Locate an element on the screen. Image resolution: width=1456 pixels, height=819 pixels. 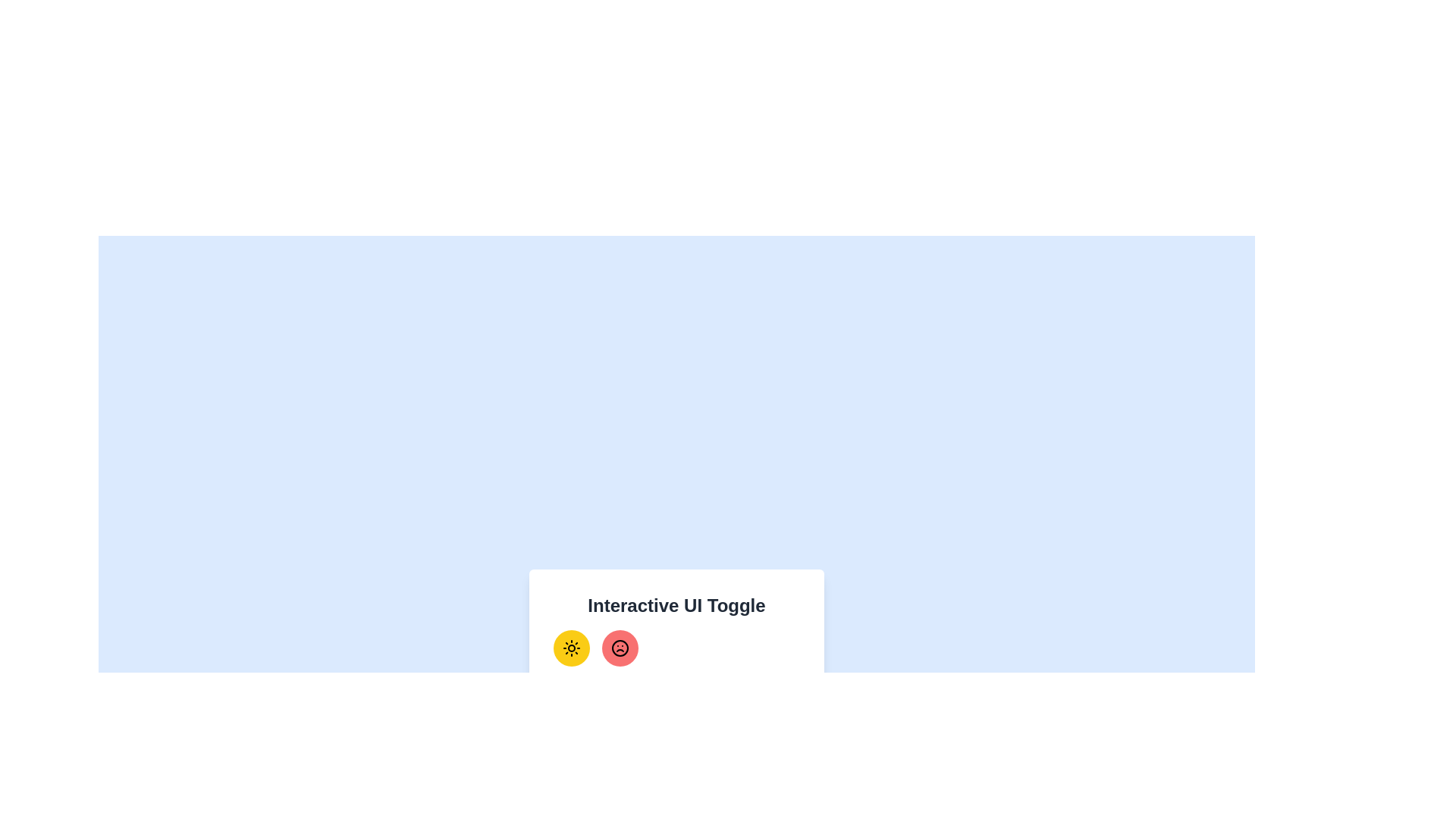
the text 'Interactive UI Toggle' to highlight it is located at coordinates (676, 604).